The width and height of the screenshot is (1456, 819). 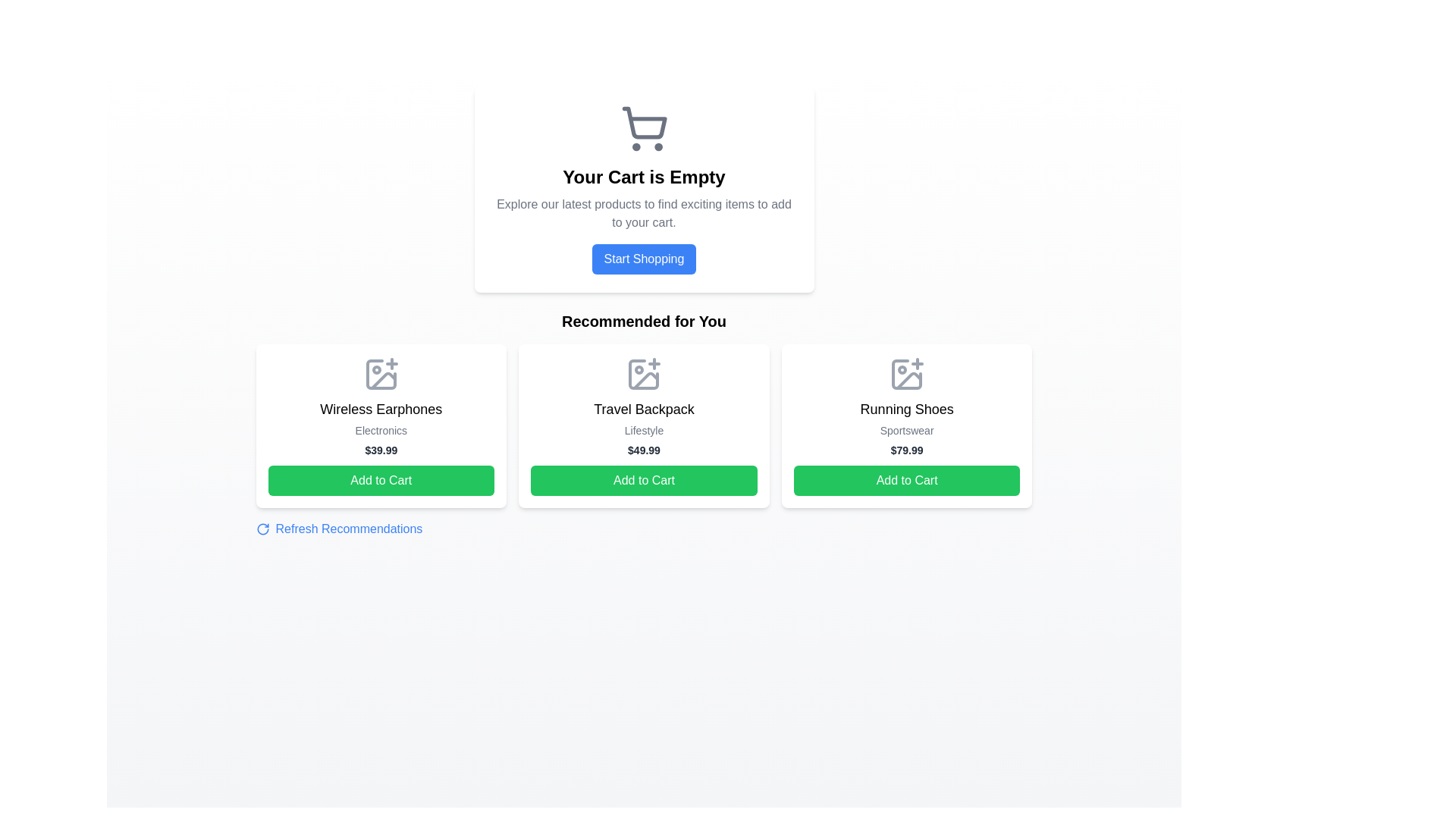 I want to click on the text label displaying 'Lifestyle' which is styled in gray color and positioned between 'Travel Backpack' and '$49.99' in the middle card of the 'Recommended for You' section, so click(x=644, y=430).